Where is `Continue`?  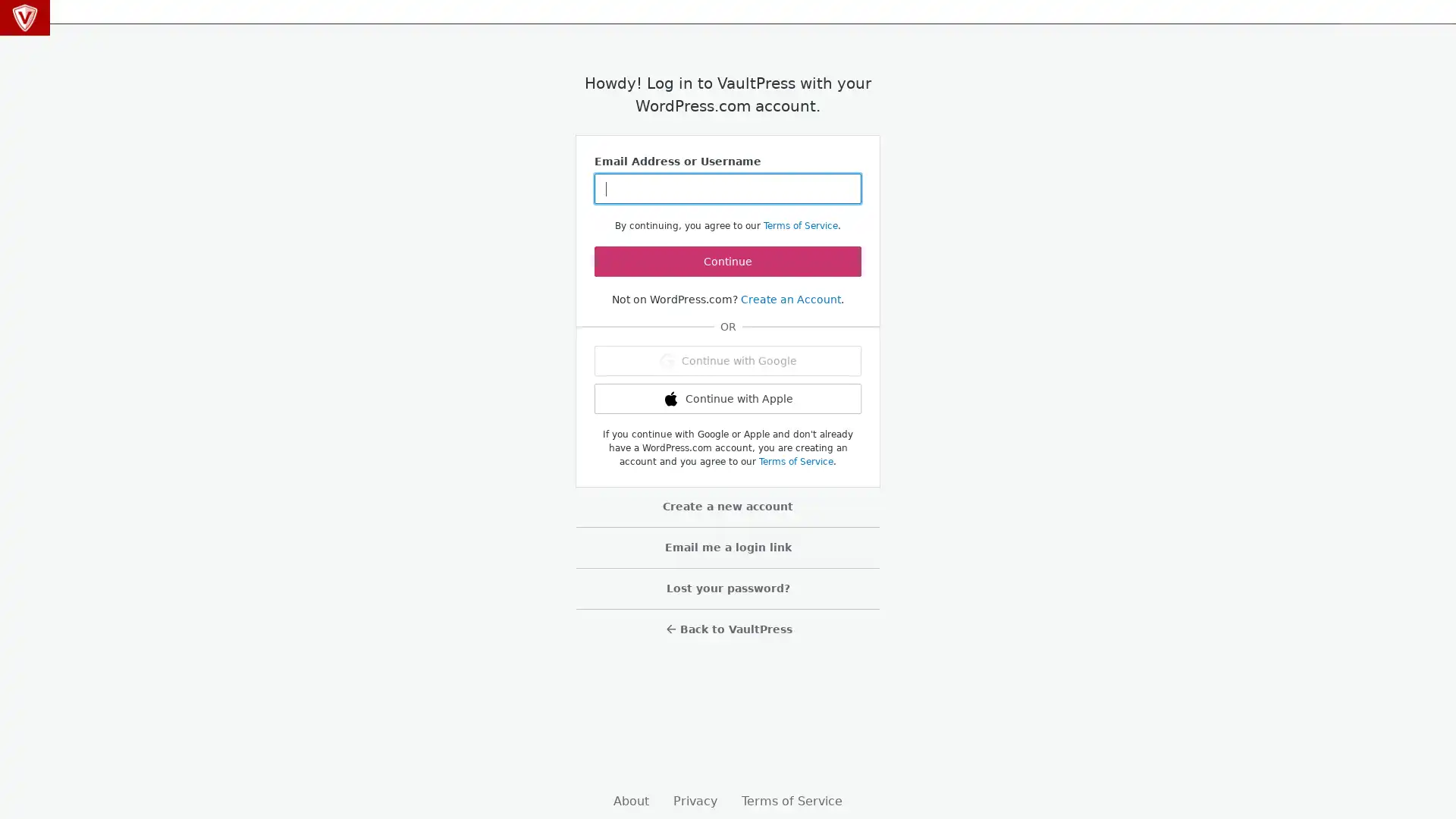 Continue is located at coordinates (728, 260).